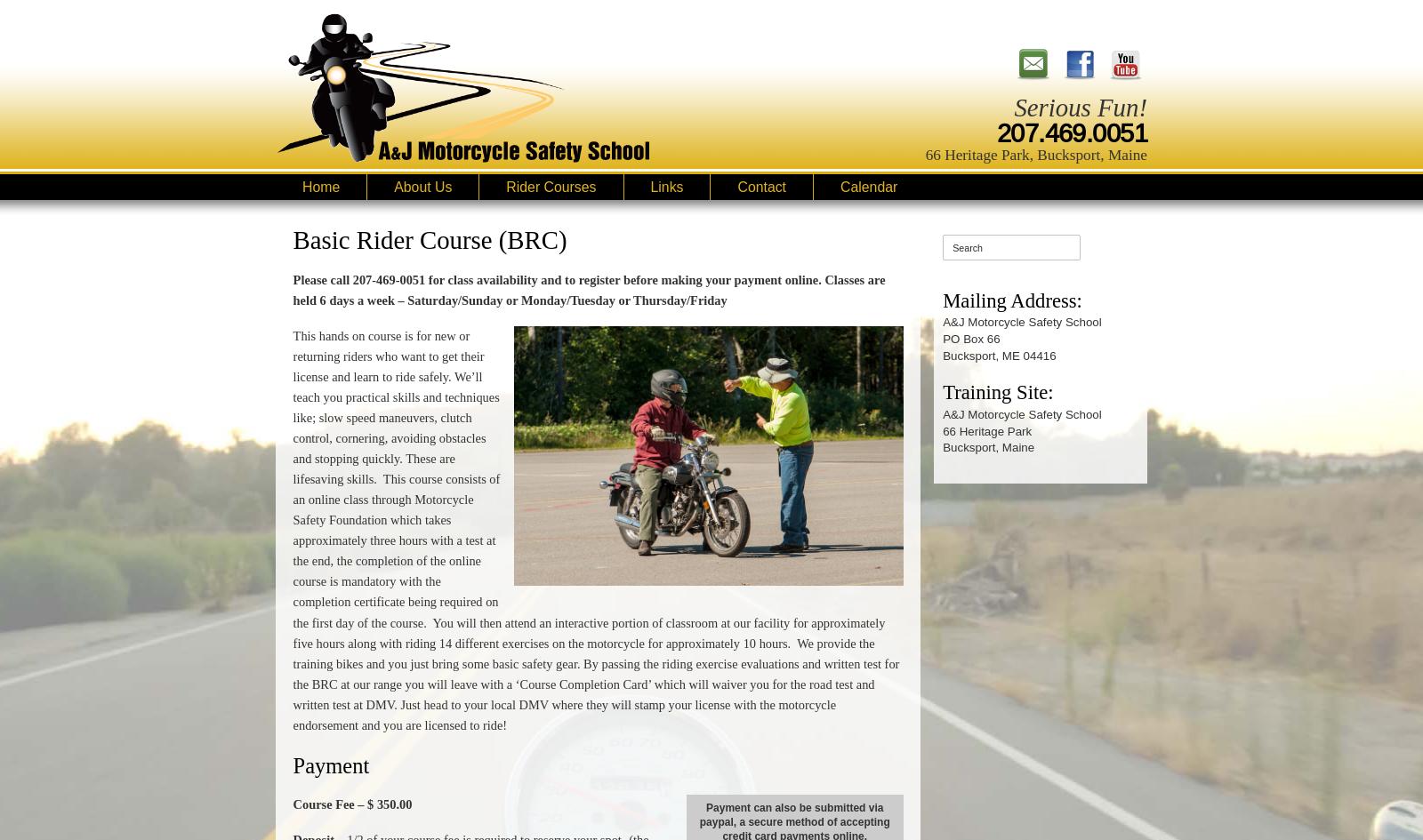 This screenshot has height=840, width=1423. Describe the element at coordinates (997, 392) in the screenshot. I see `'Training Site:'` at that location.